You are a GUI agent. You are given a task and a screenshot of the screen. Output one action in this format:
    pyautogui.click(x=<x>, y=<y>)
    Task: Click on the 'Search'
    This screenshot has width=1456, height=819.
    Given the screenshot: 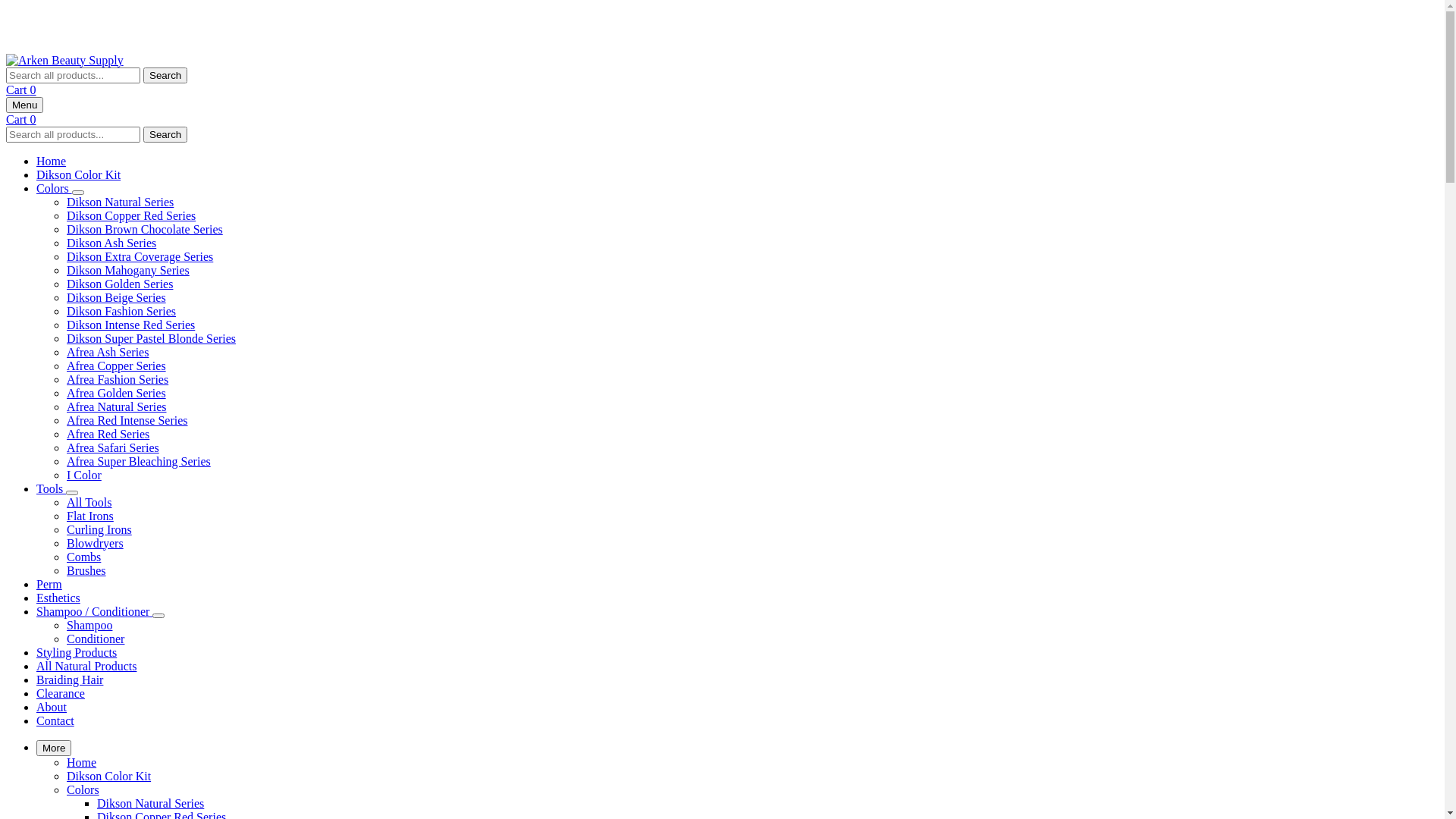 What is the action you would take?
    pyautogui.click(x=165, y=74)
    